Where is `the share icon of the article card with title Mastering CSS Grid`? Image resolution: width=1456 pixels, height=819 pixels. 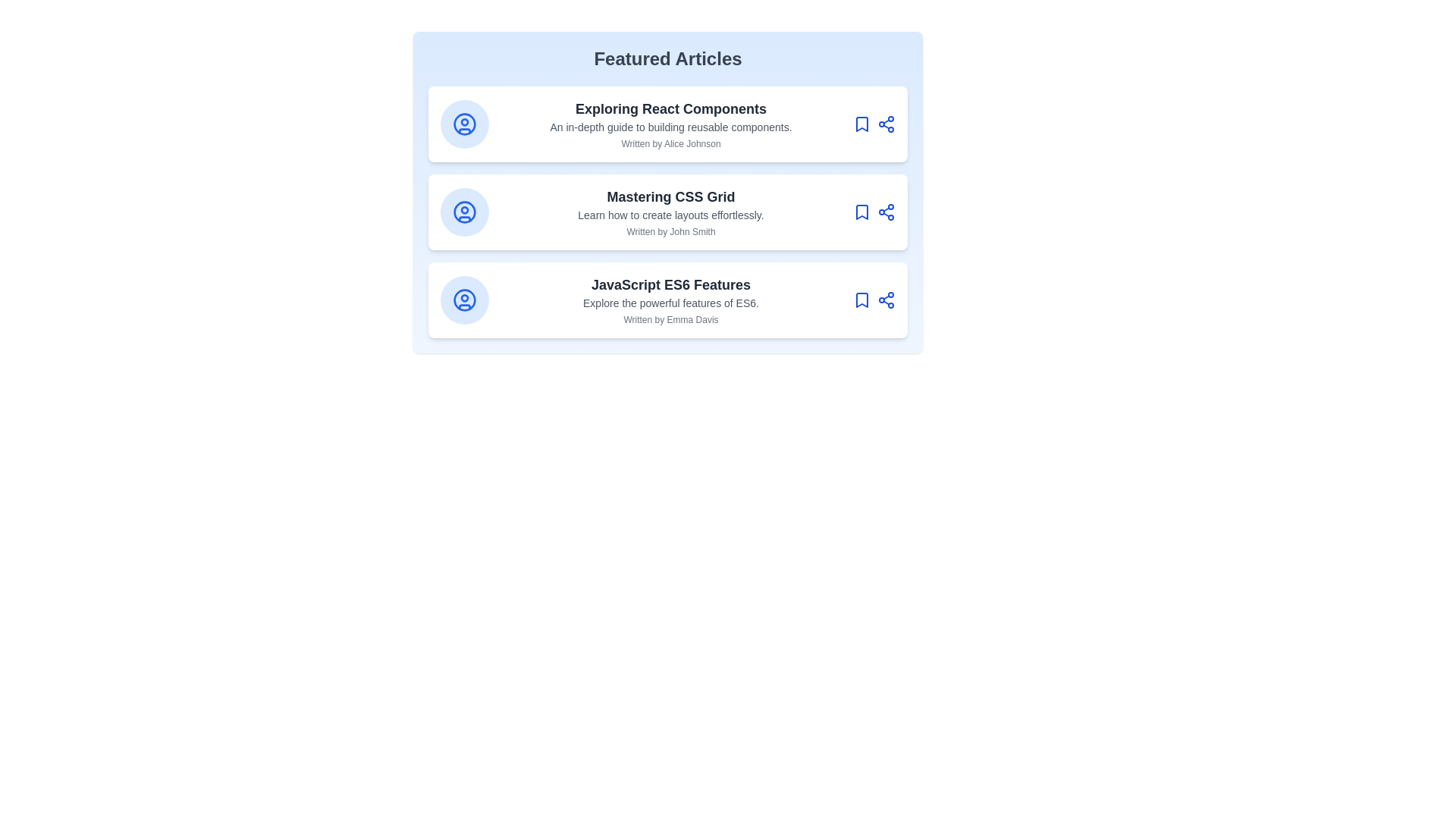 the share icon of the article card with title Mastering CSS Grid is located at coordinates (886, 212).